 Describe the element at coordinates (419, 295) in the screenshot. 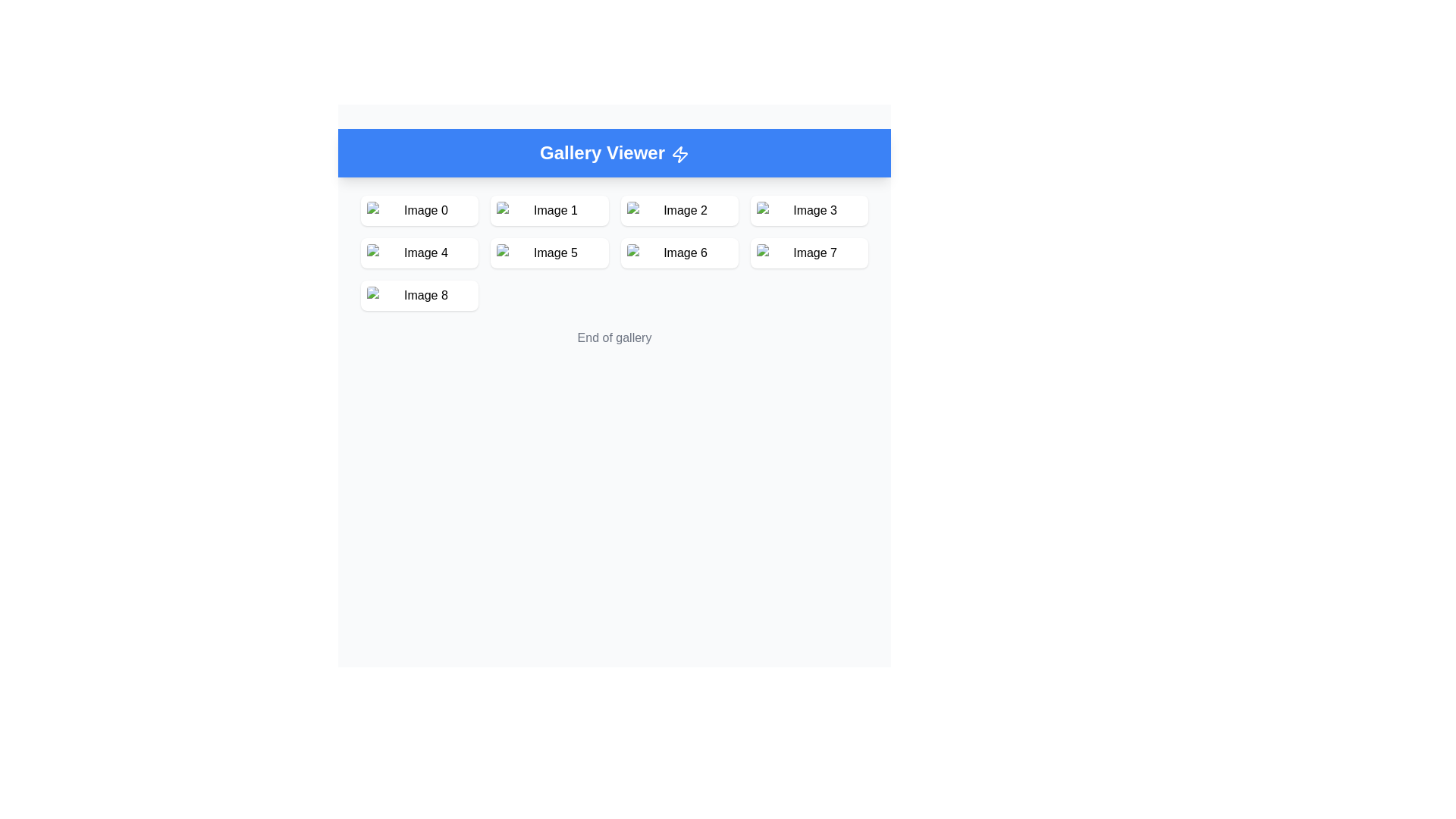

I see `to select the interactive card labeled 'Image 8', which is located in the third row, first column of the grid layout` at that location.